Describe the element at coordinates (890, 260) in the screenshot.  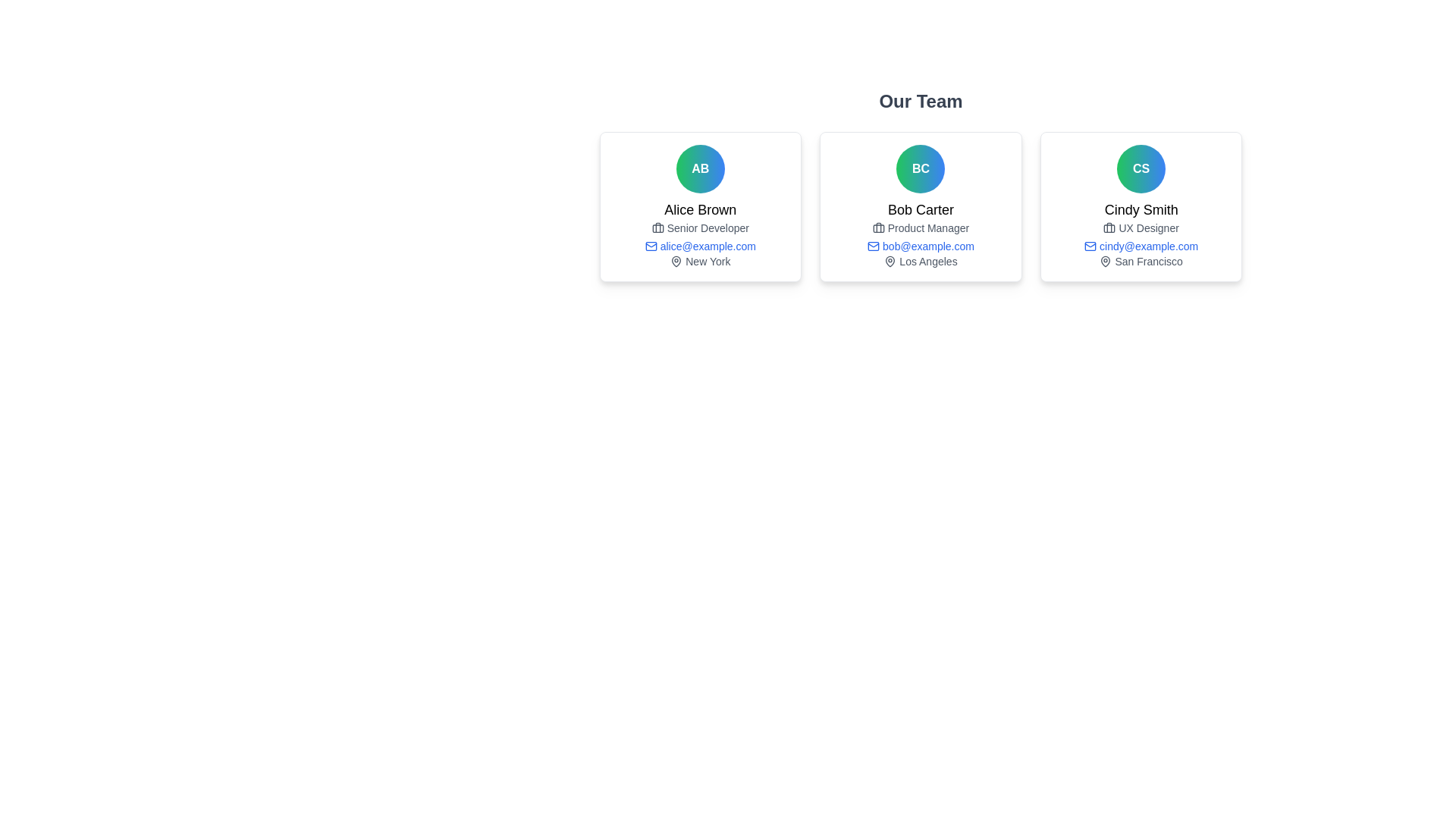
I see `the pin icon located in the second card under the name 'Bob Carter', which is centered above the text 'Los Angeles'` at that location.